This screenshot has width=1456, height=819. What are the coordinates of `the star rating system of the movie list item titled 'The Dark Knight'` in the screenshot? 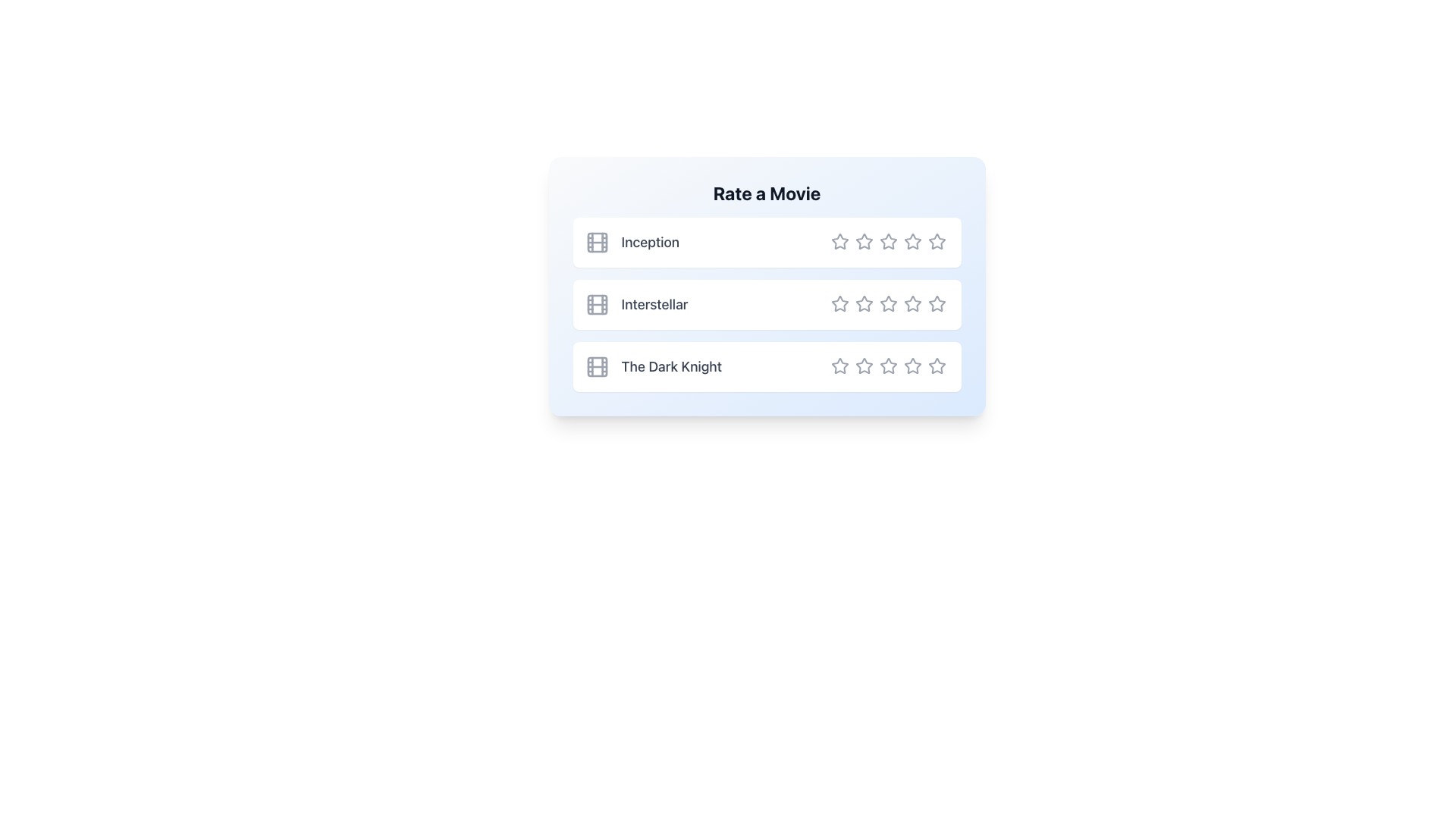 It's located at (767, 366).